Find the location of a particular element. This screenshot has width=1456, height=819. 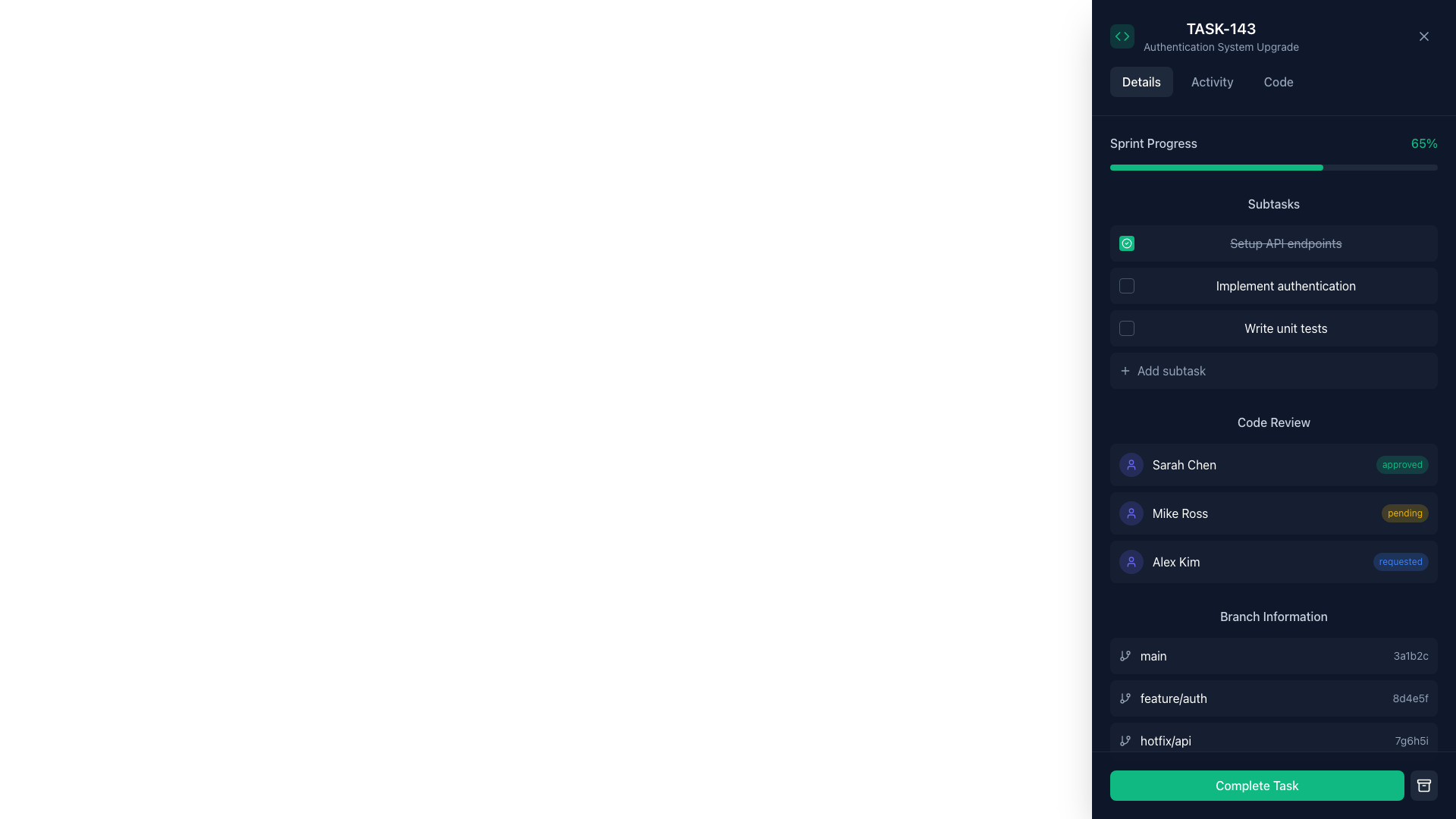

the first subtask entry with a green check mark and strikethrough text labeled 'Setup API endpoints' is located at coordinates (1274, 242).